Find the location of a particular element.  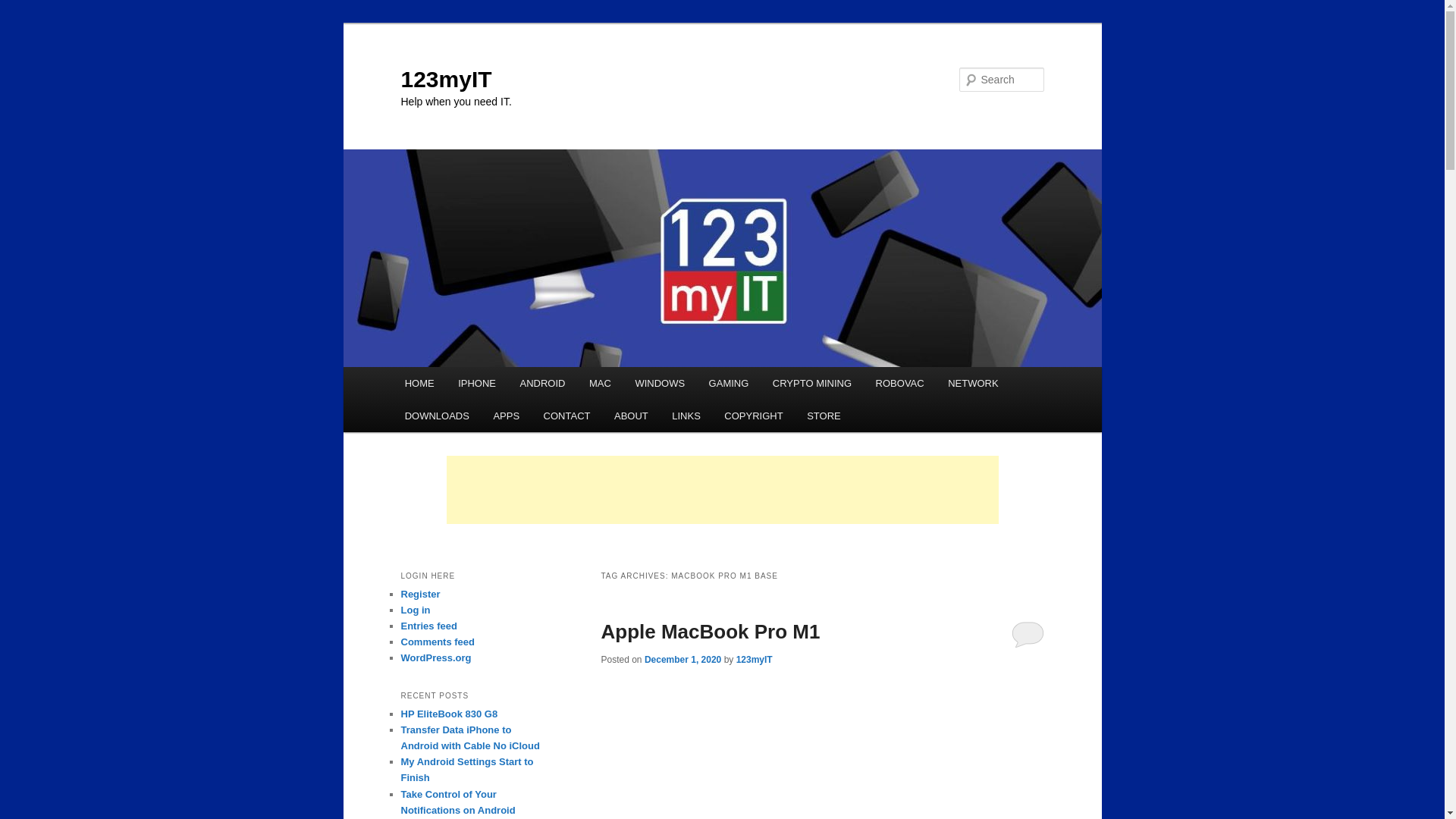

'ROBOVAC' is located at coordinates (899, 382).